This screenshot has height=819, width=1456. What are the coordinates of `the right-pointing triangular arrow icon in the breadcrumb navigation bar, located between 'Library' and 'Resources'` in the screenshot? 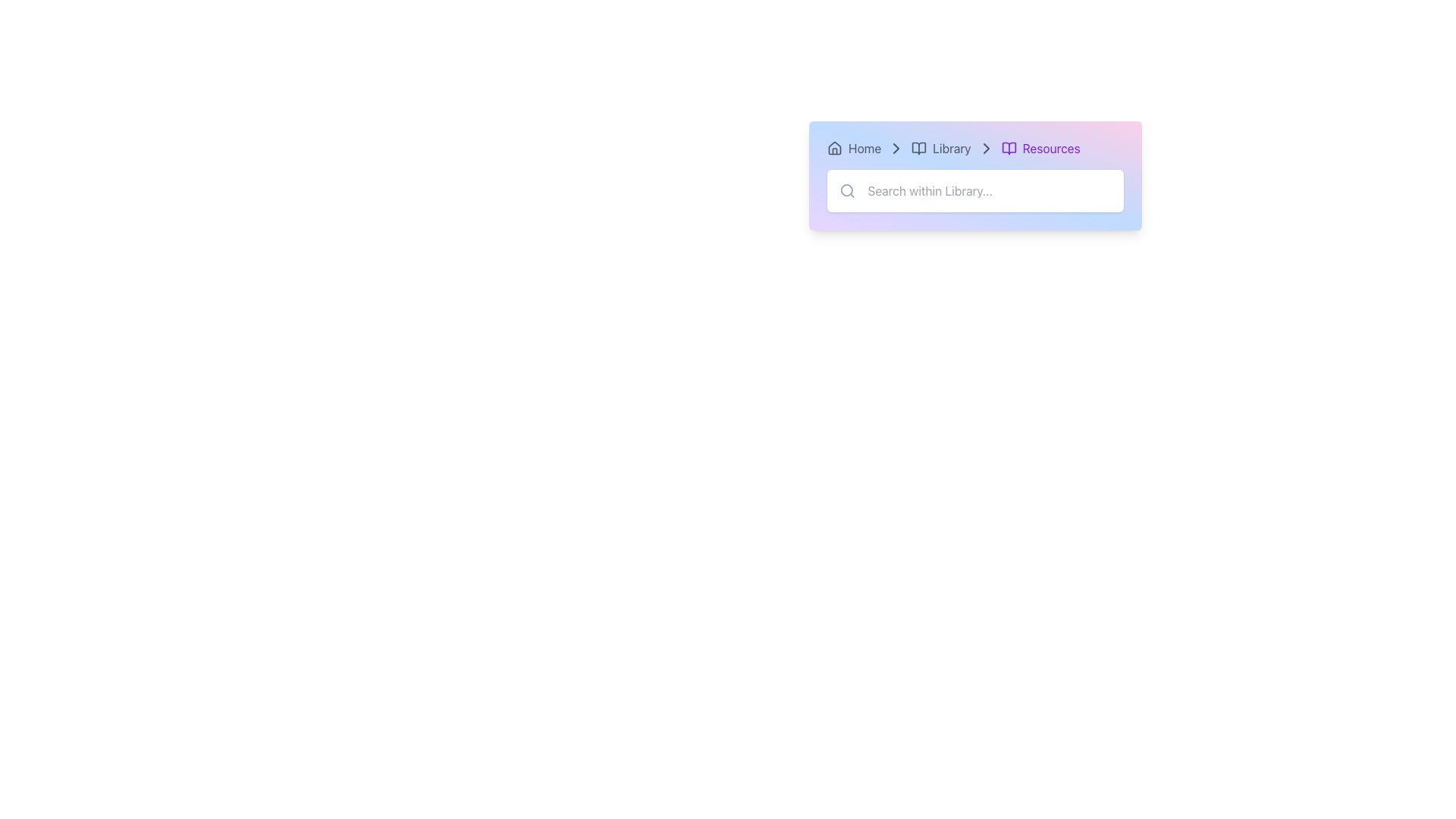 It's located at (896, 149).